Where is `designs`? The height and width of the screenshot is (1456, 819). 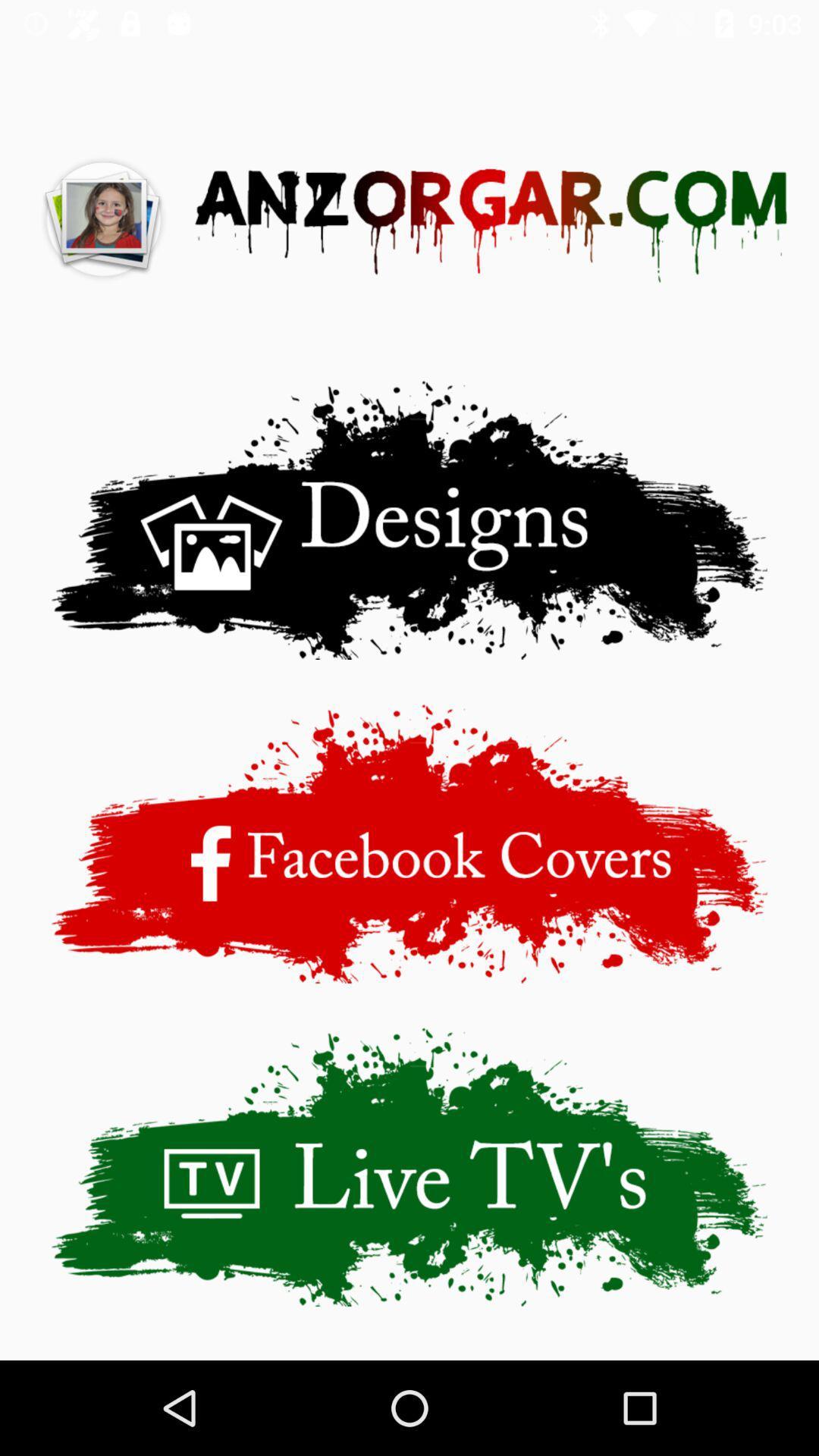
designs is located at coordinates (409, 519).